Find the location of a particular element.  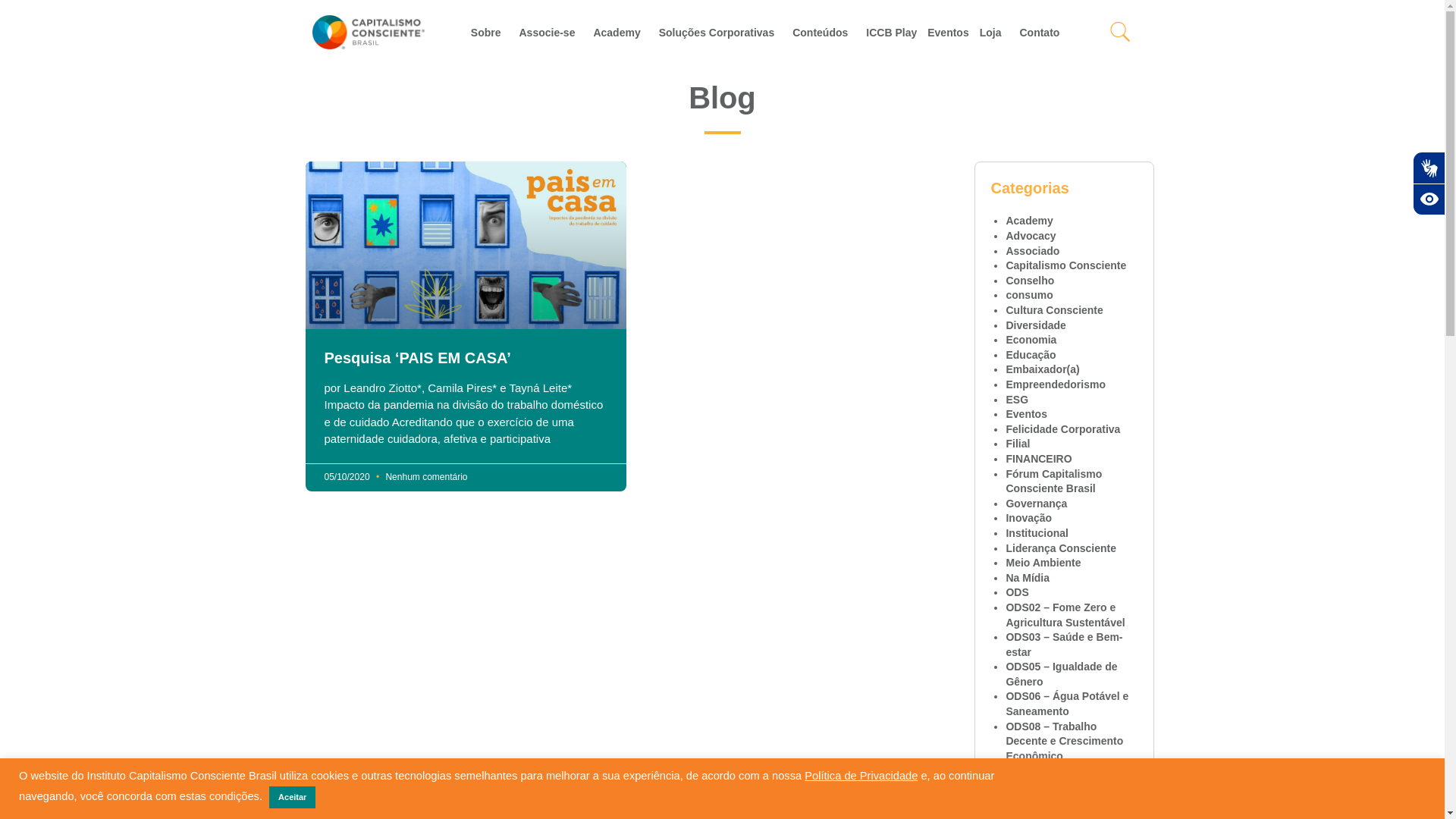

'ESG' is located at coordinates (1016, 399).